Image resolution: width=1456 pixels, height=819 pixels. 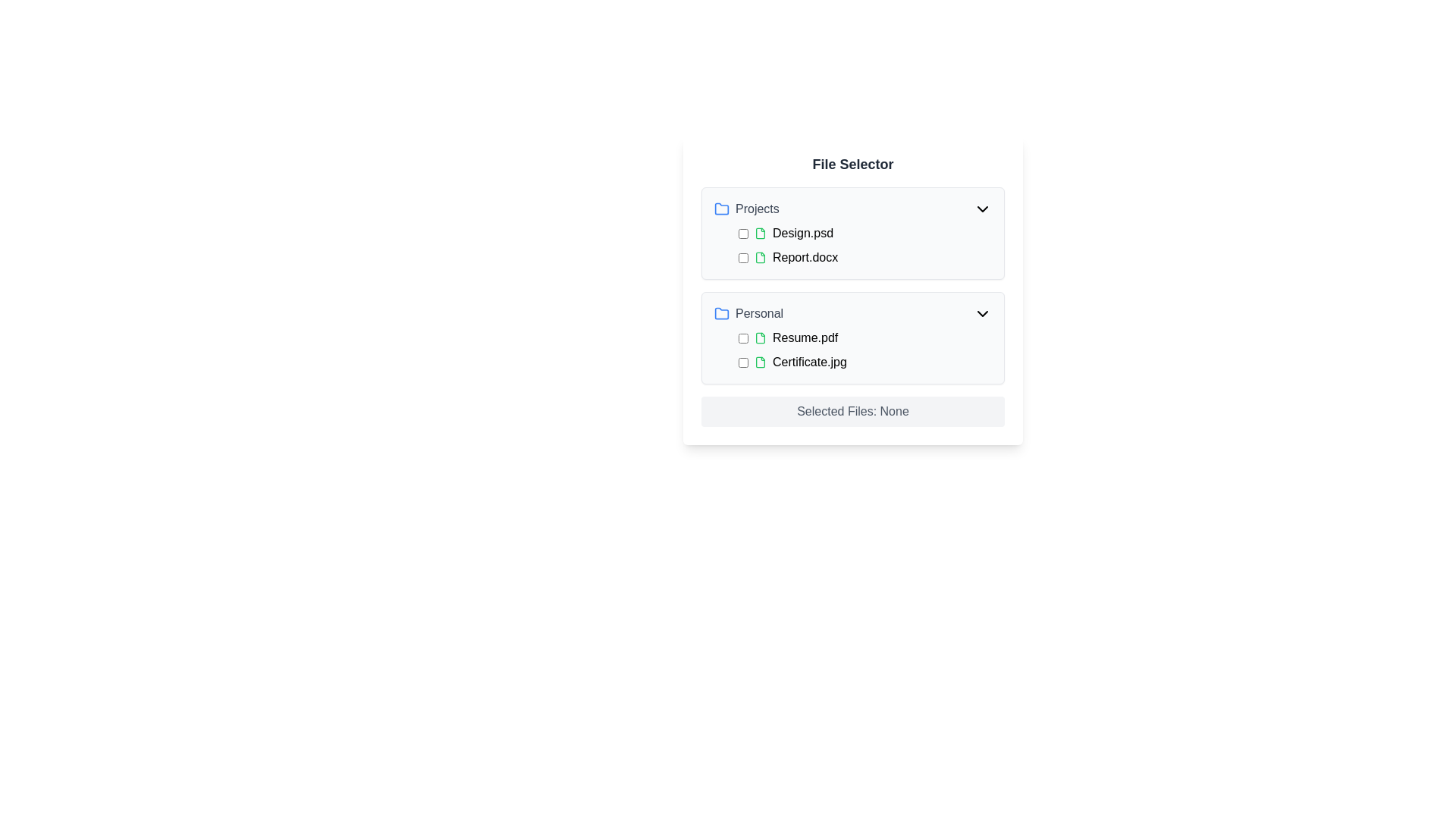 What do you see at coordinates (757, 209) in the screenshot?
I see `the text label displaying 'Projects' in gray located at the upper section of the file selector interface` at bounding box center [757, 209].